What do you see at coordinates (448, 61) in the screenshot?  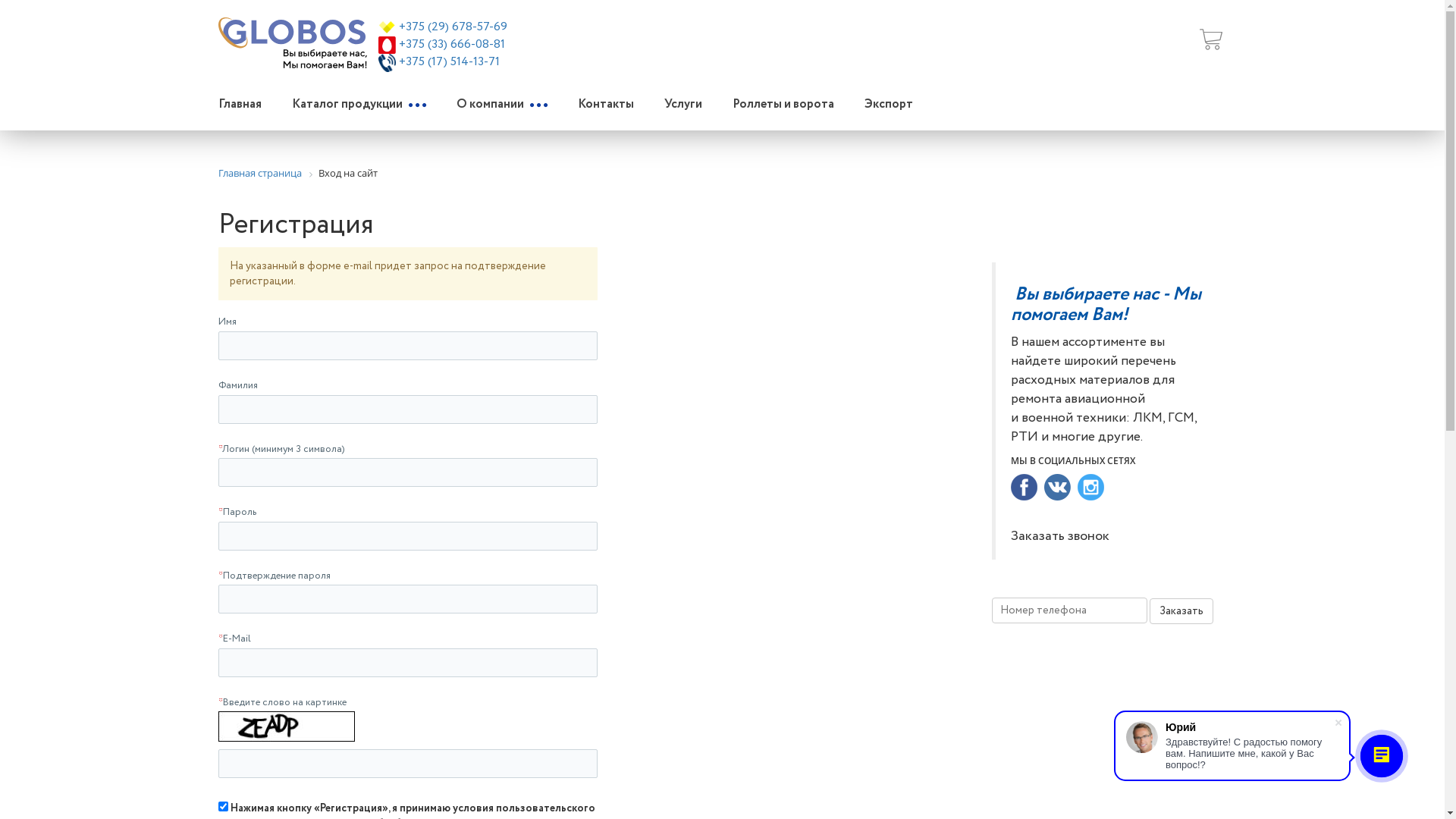 I see `'+375 (17) 514-13-71'` at bounding box center [448, 61].